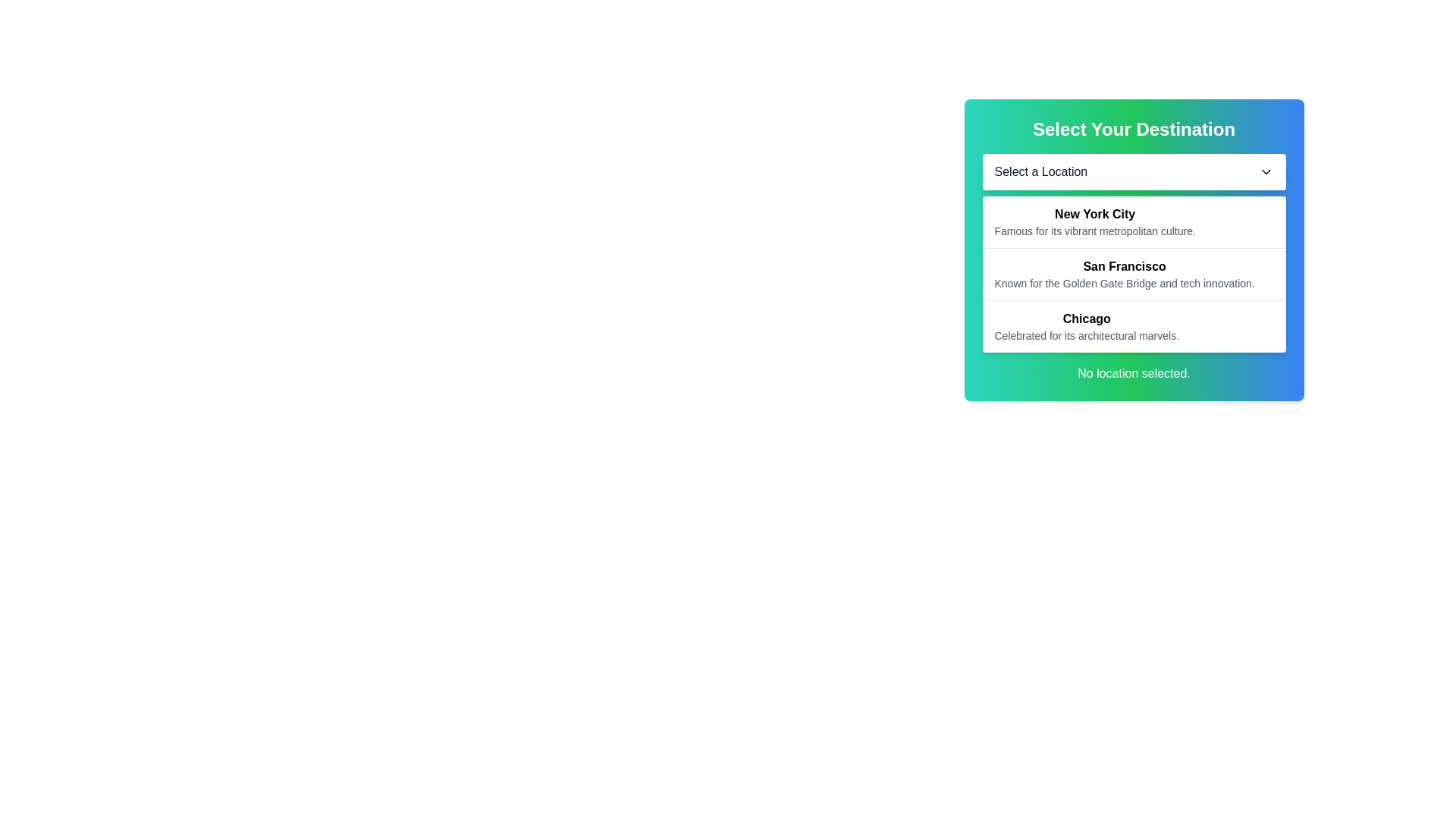  What do you see at coordinates (1125, 275) in the screenshot?
I see `information displayed in the Text display element showing 'San Francisco' with the description about the Golden Gate Bridge and tech innovation, located under 'Select Your Destination.'` at bounding box center [1125, 275].